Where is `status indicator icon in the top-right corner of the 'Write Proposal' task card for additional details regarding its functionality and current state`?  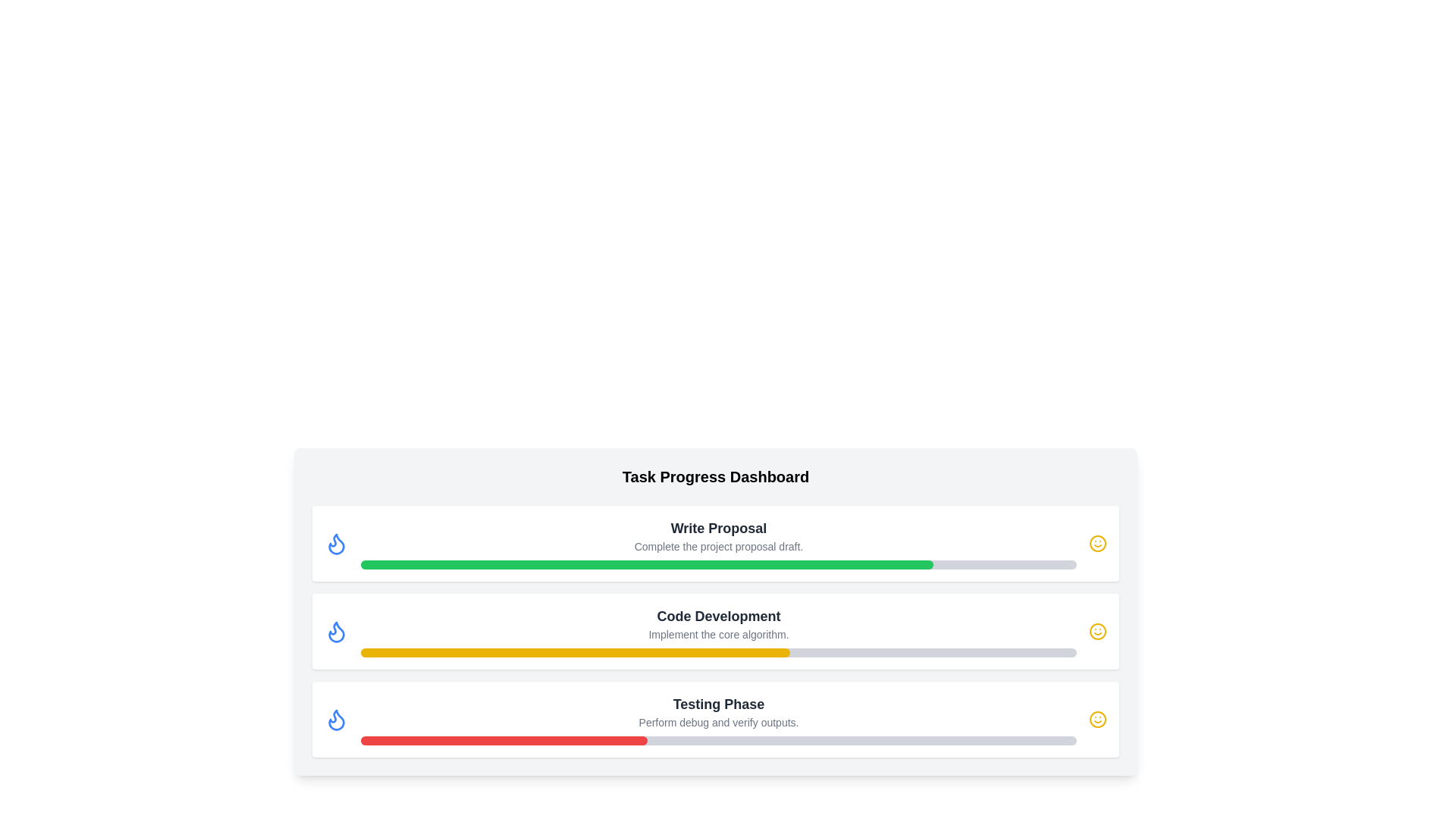 status indicator icon in the top-right corner of the 'Write Proposal' task card for additional details regarding its functionality and current state is located at coordinates (1098, 543).